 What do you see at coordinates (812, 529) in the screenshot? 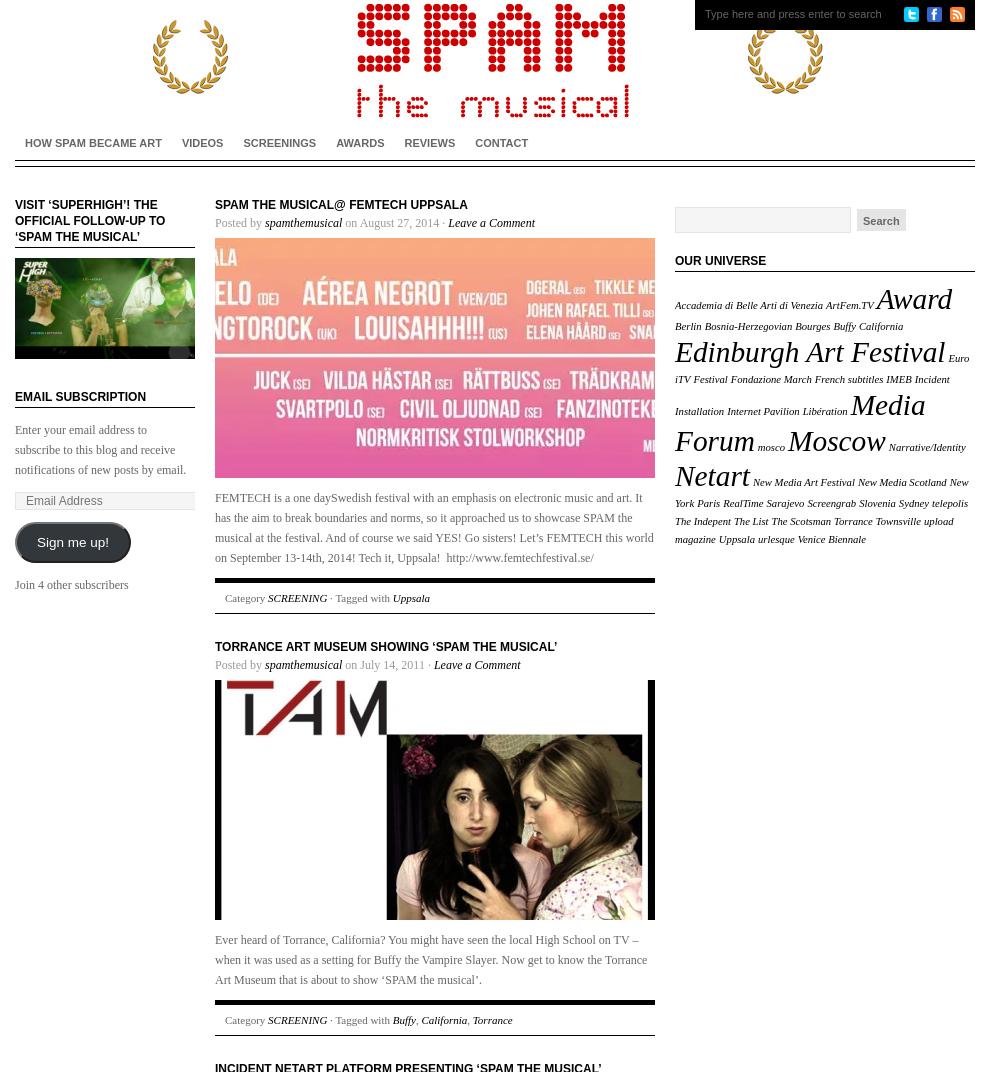
I see `'upload magazine'` at bounding box center [812, 529].